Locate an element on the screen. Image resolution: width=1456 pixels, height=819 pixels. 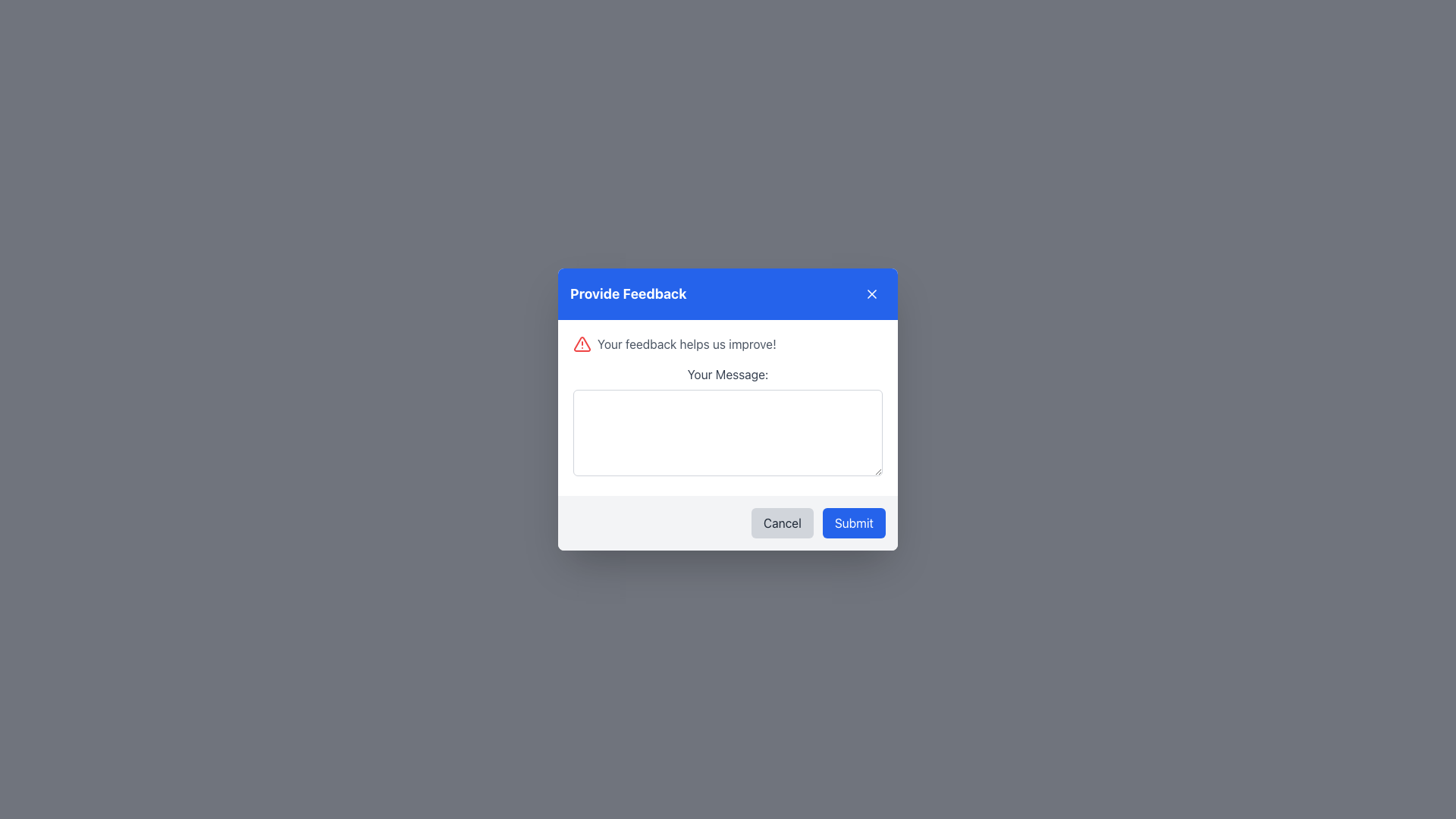
the text label that guides the user about the purpose of the input field below it, which is centrally located at the top of the dialog box is located at coordinates (728, 374).